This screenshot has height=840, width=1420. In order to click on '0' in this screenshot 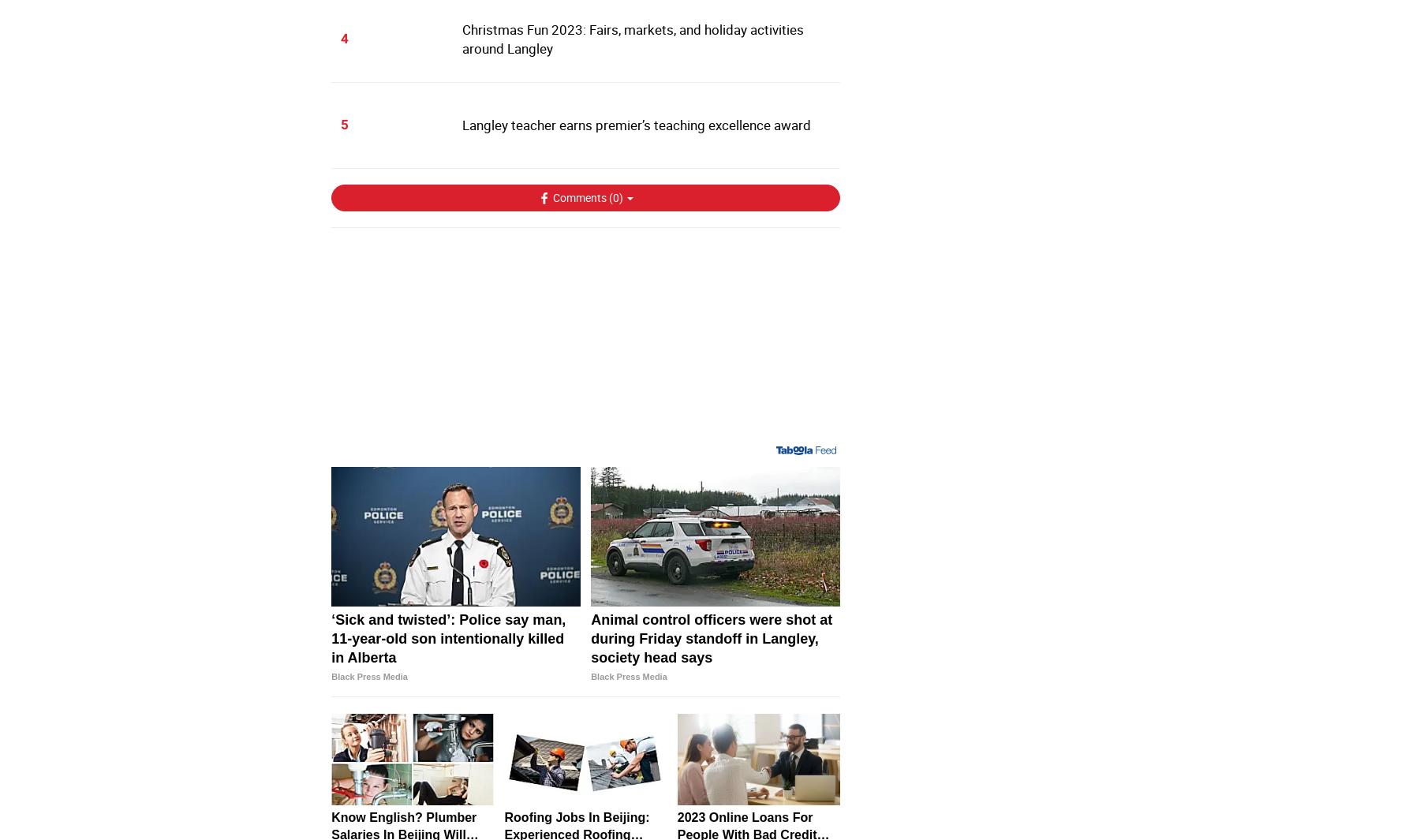, I will do `click(615, 196)`.